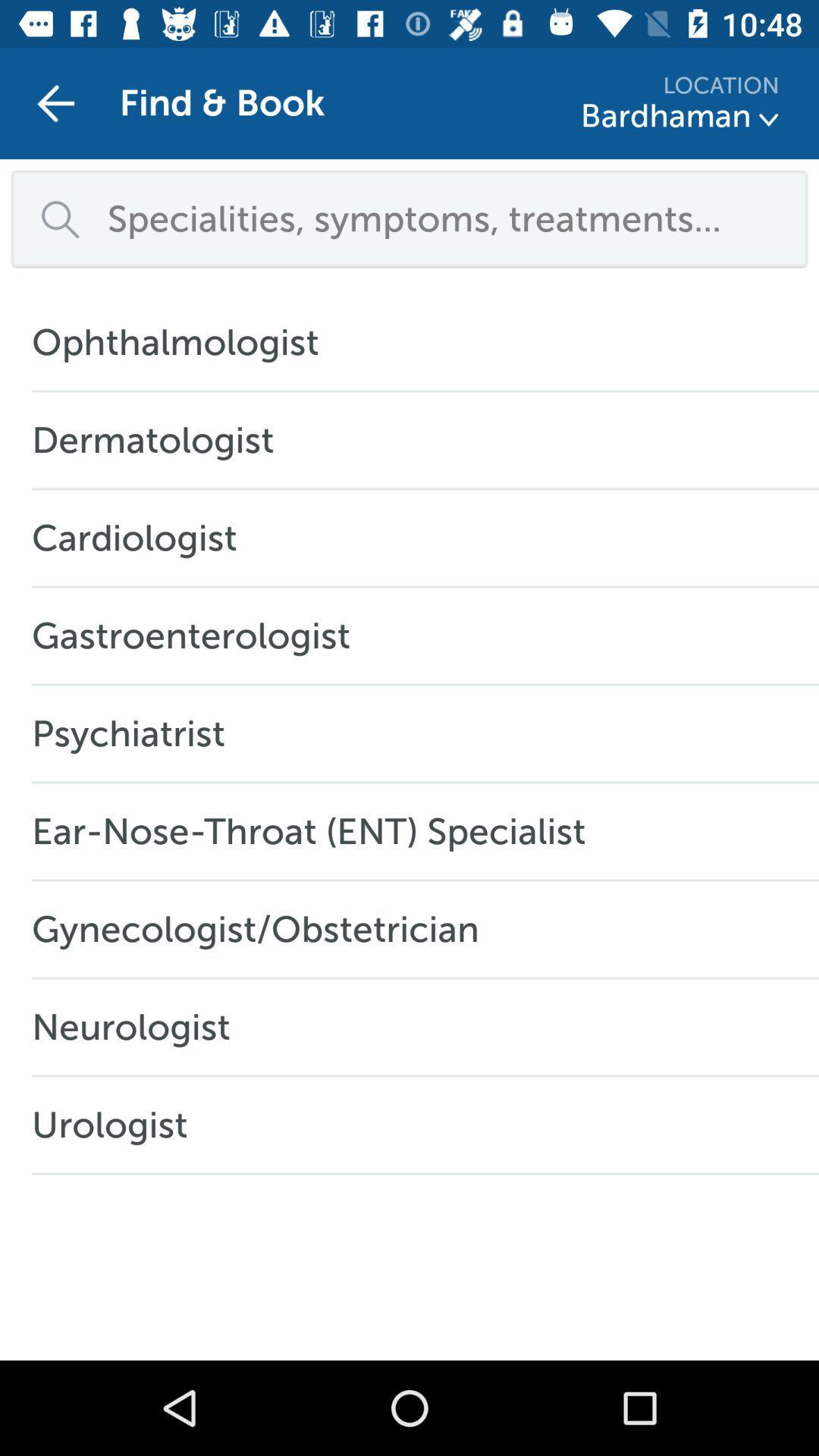 Image resolution: width=819 pixels, height=1456 pixels. Describe the element at coordinates (769, 119) in the screenshot. I see `dropdown location selection` at that location.